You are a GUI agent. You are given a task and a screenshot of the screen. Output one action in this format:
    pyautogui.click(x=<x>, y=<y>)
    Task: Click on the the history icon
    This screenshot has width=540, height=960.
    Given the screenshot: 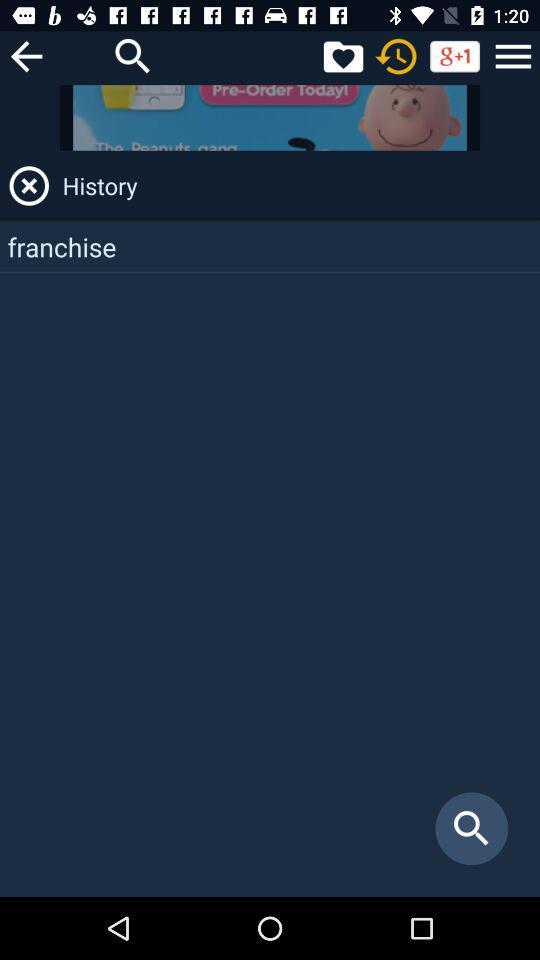 What is the action you would take?
    pyautogui.click(x=396, y=55)
    